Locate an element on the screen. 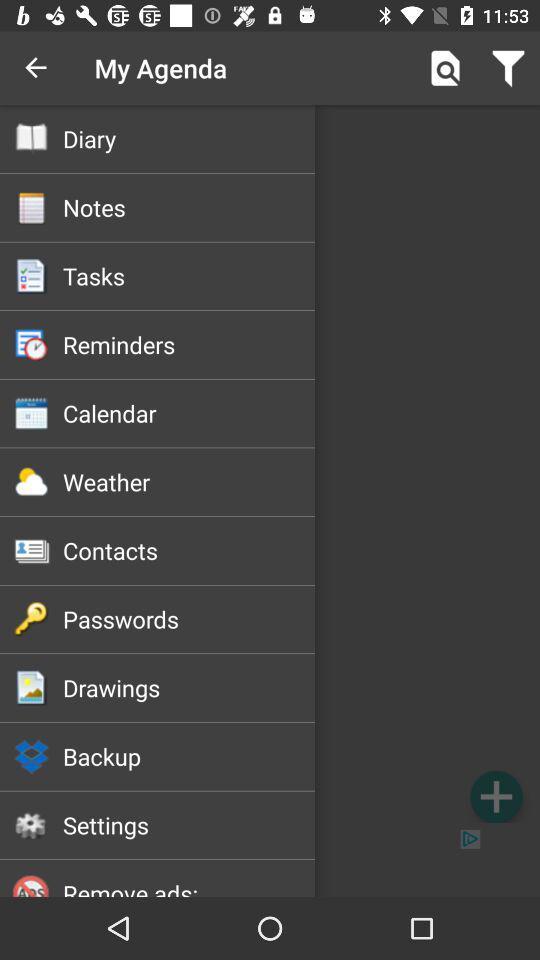 This screenshot has width=540, height=960. advance to more settings is located at coordinates (495, 796).